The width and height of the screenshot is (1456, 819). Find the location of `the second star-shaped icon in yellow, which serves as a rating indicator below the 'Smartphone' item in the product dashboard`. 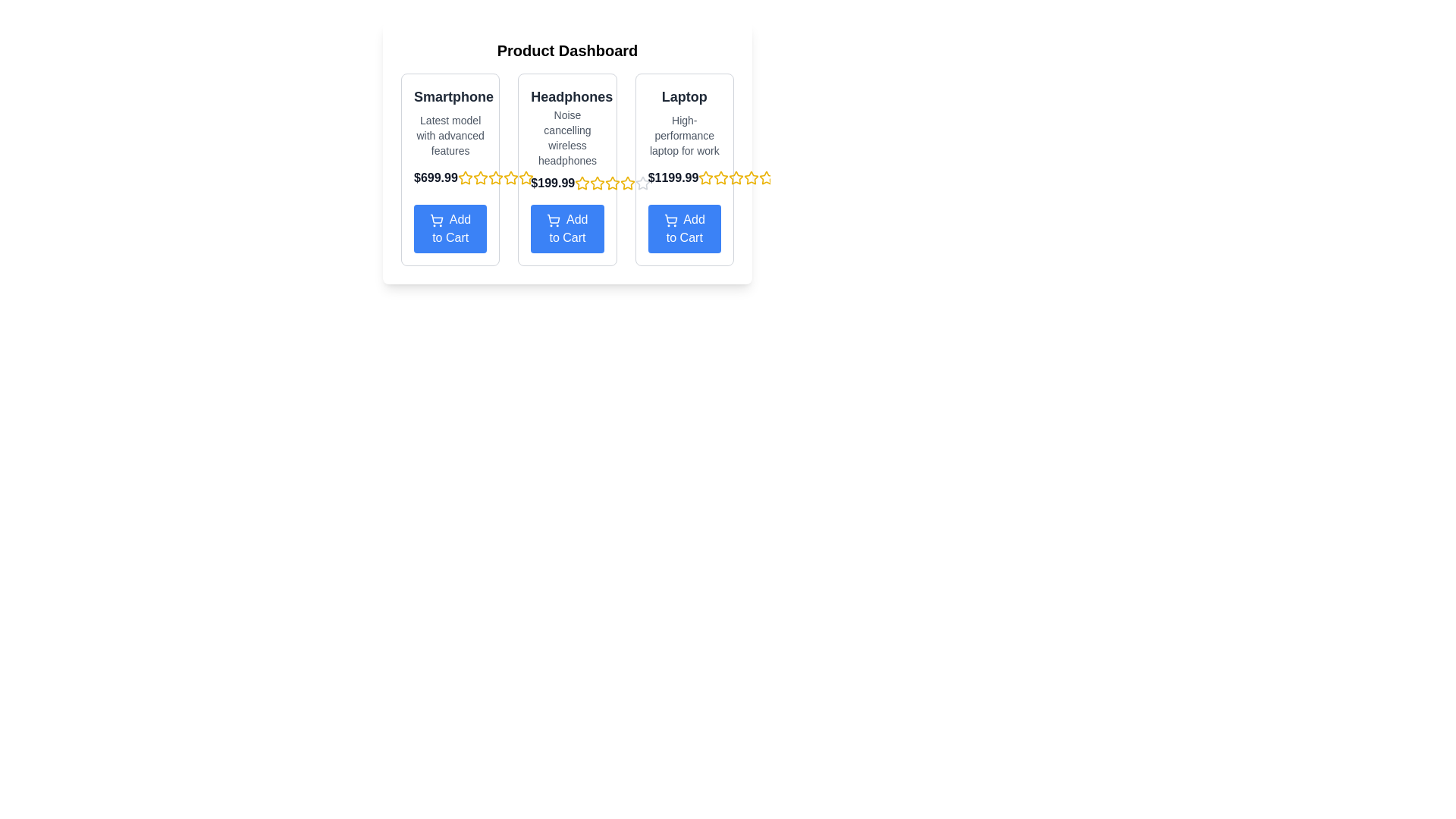

the second star-shaped icon in yellow, which serves as a rating indicator below the 'Smartphone' item in the product dashboard is located at coordinates (479, 177).